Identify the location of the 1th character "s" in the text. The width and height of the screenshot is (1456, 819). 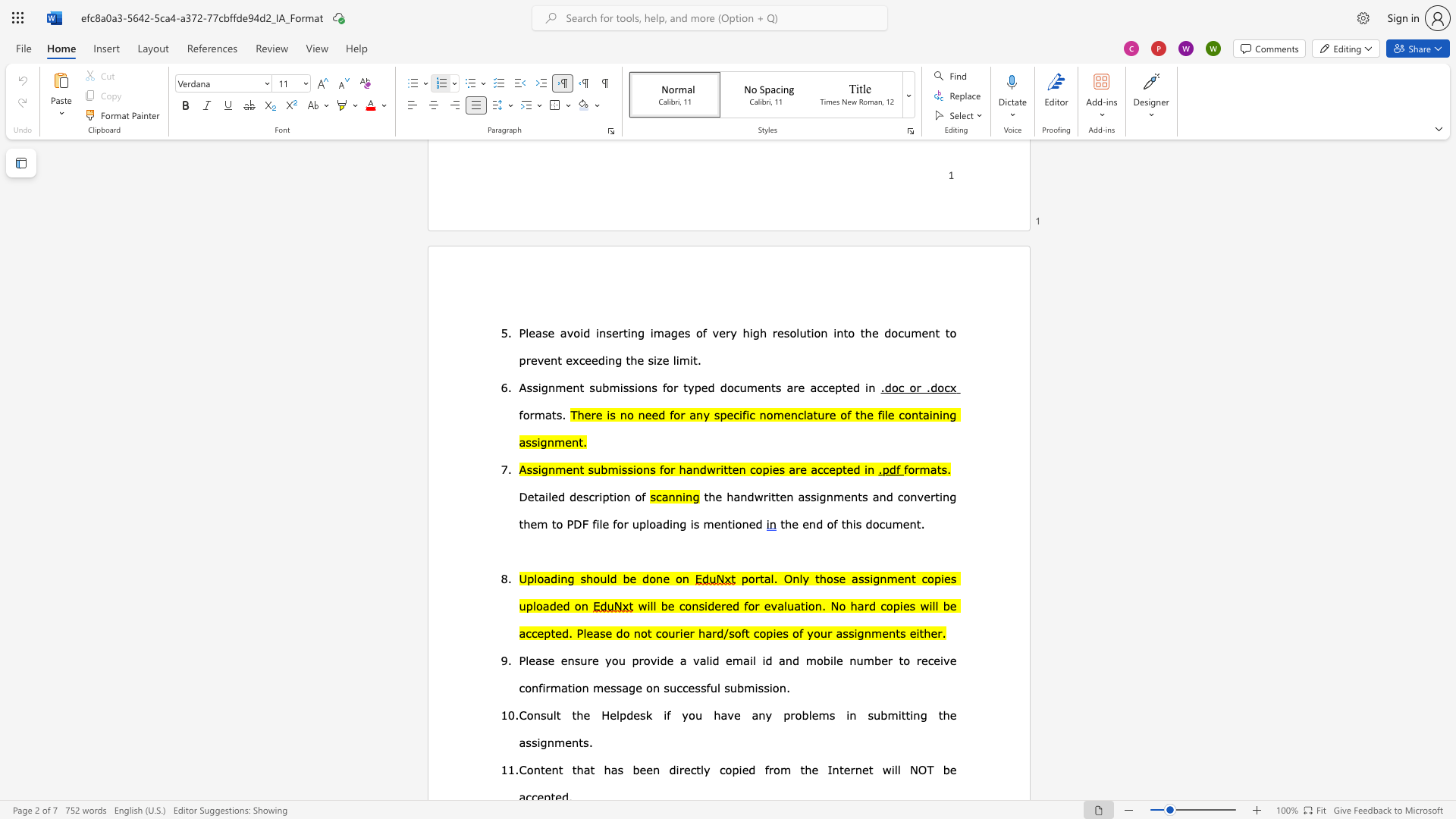
(585, 497).